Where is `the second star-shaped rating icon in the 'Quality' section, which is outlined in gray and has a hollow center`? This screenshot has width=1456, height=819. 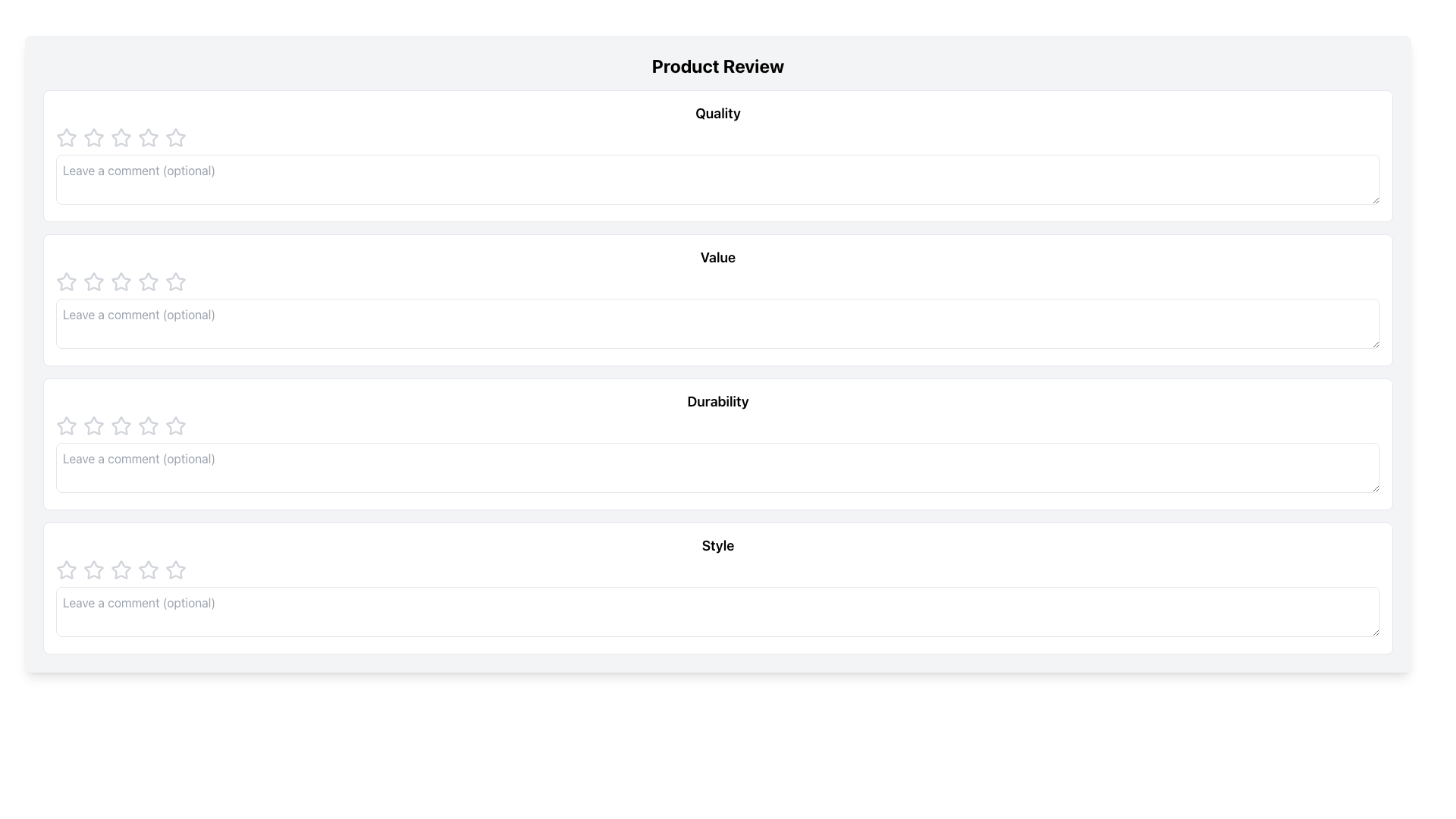
the second star-shaped rating icon in the 'Quality' section, which is outlined in gray and has a hollow center is located at coordinates (93, 137).